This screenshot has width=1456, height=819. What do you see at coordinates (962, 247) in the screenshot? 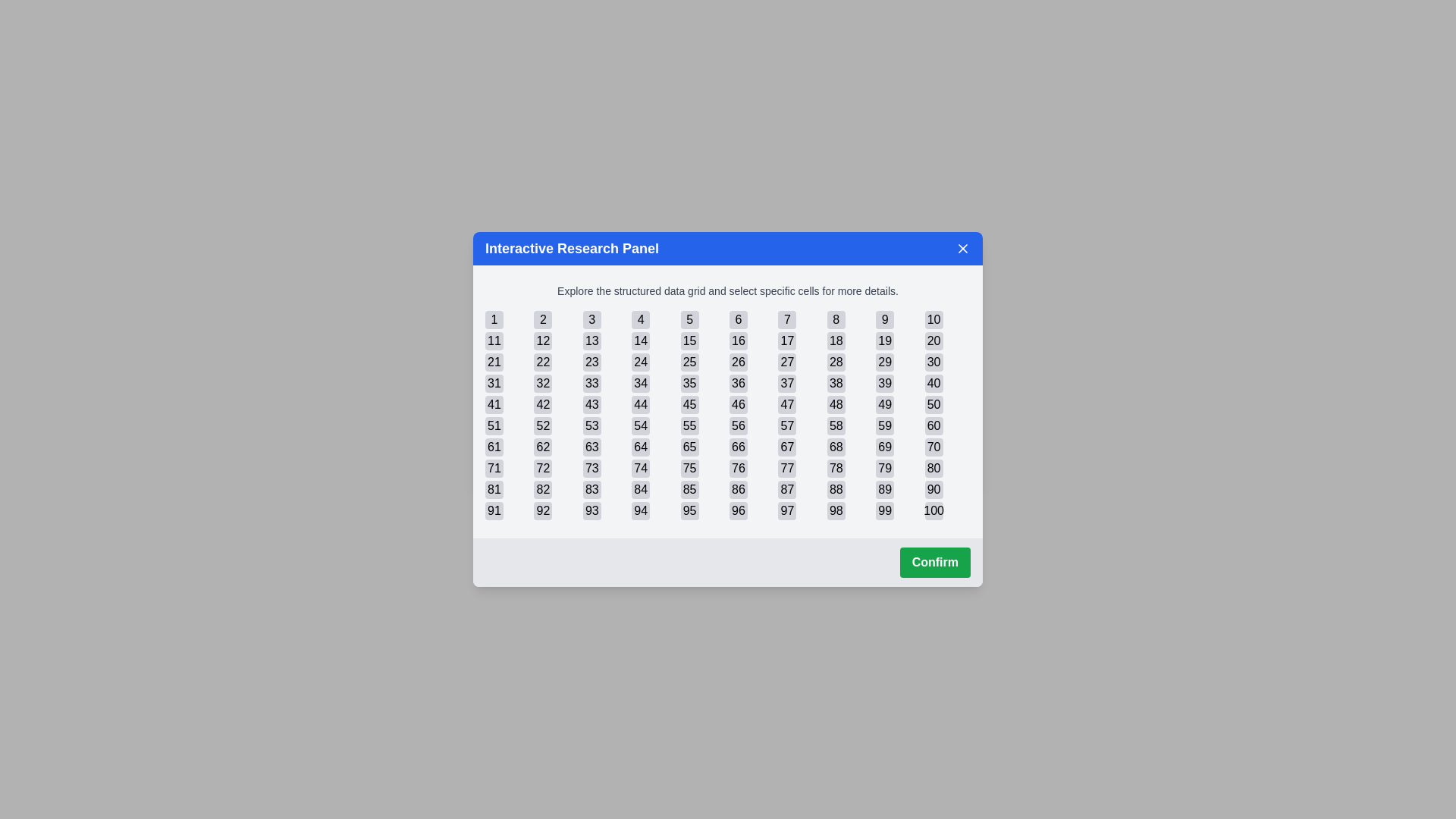
I see `the close button in the top-right corner of the dialog` at bounding box center [962, 247].